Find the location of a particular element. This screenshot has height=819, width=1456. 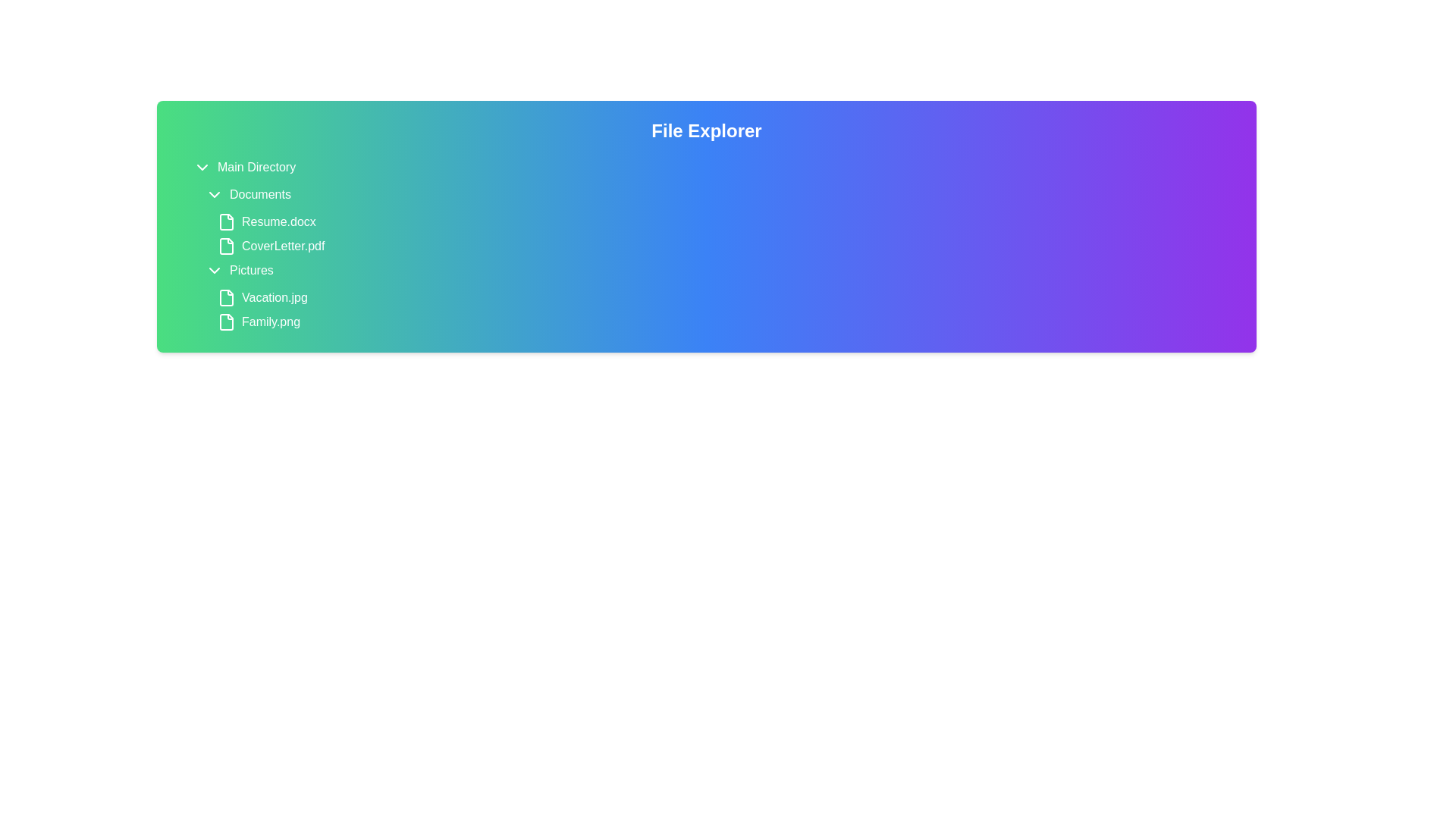

the file icon representing 'CoverLetter.pdf' in the Documents directory to visually identify the file type is located at coordinates (225, 245).